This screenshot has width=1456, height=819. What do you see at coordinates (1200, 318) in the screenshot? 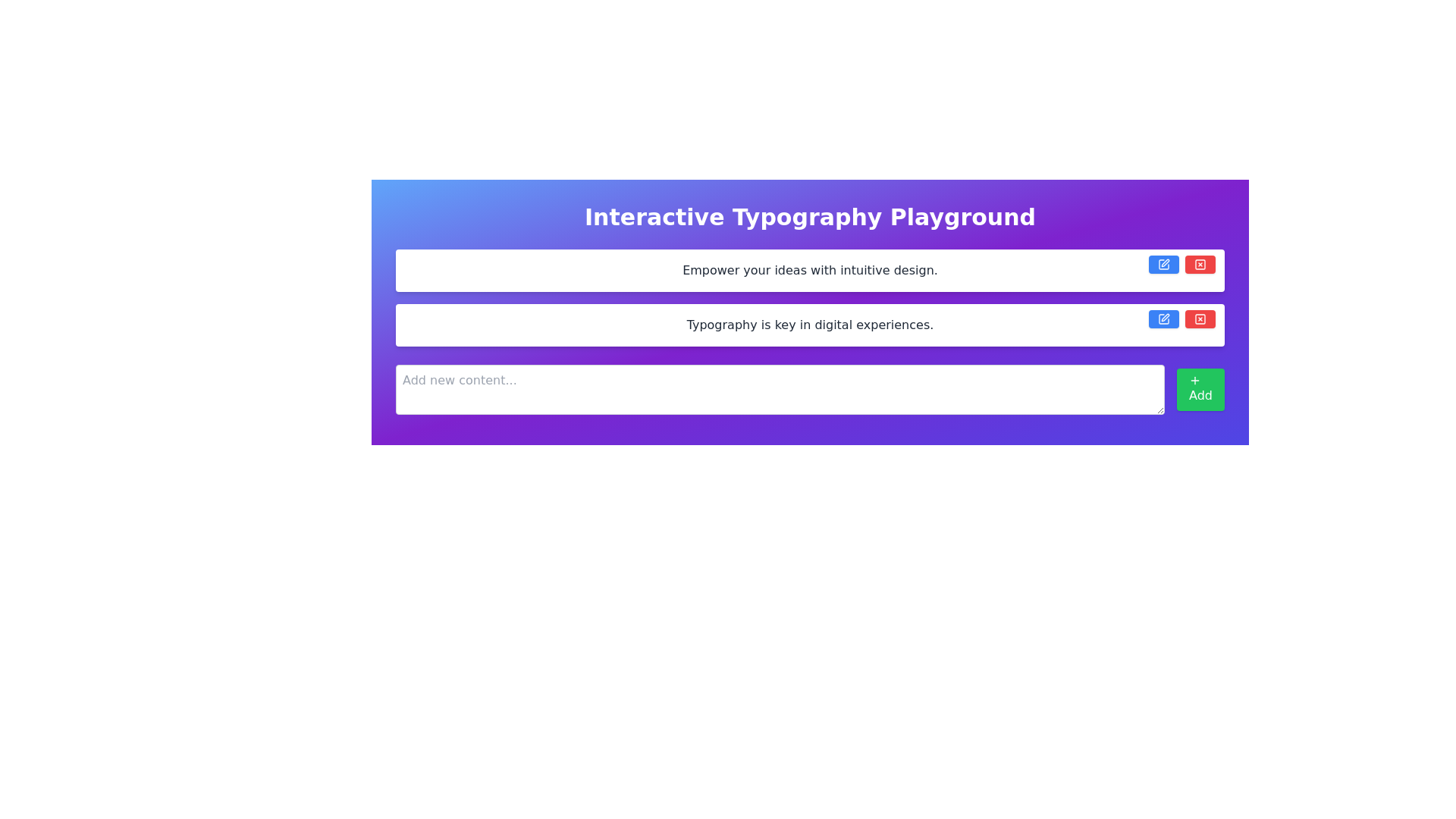
I see `the red button with rounded corners and white text located at the top-right corner of the second text input box` at bounding box center [1200, 318].